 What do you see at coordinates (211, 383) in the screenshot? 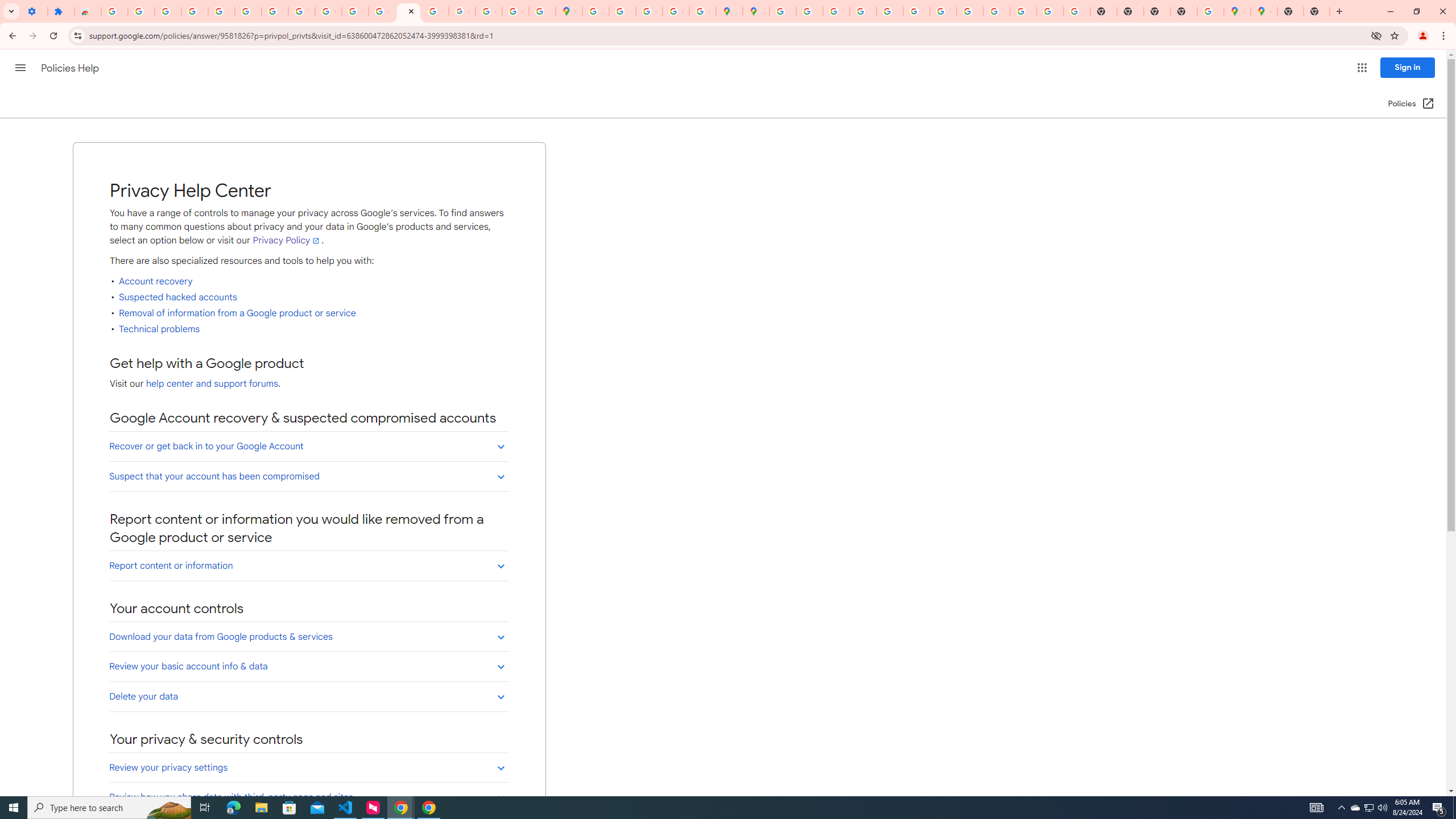
I see `'help center and support forums'` at bounding box center [211, 383].